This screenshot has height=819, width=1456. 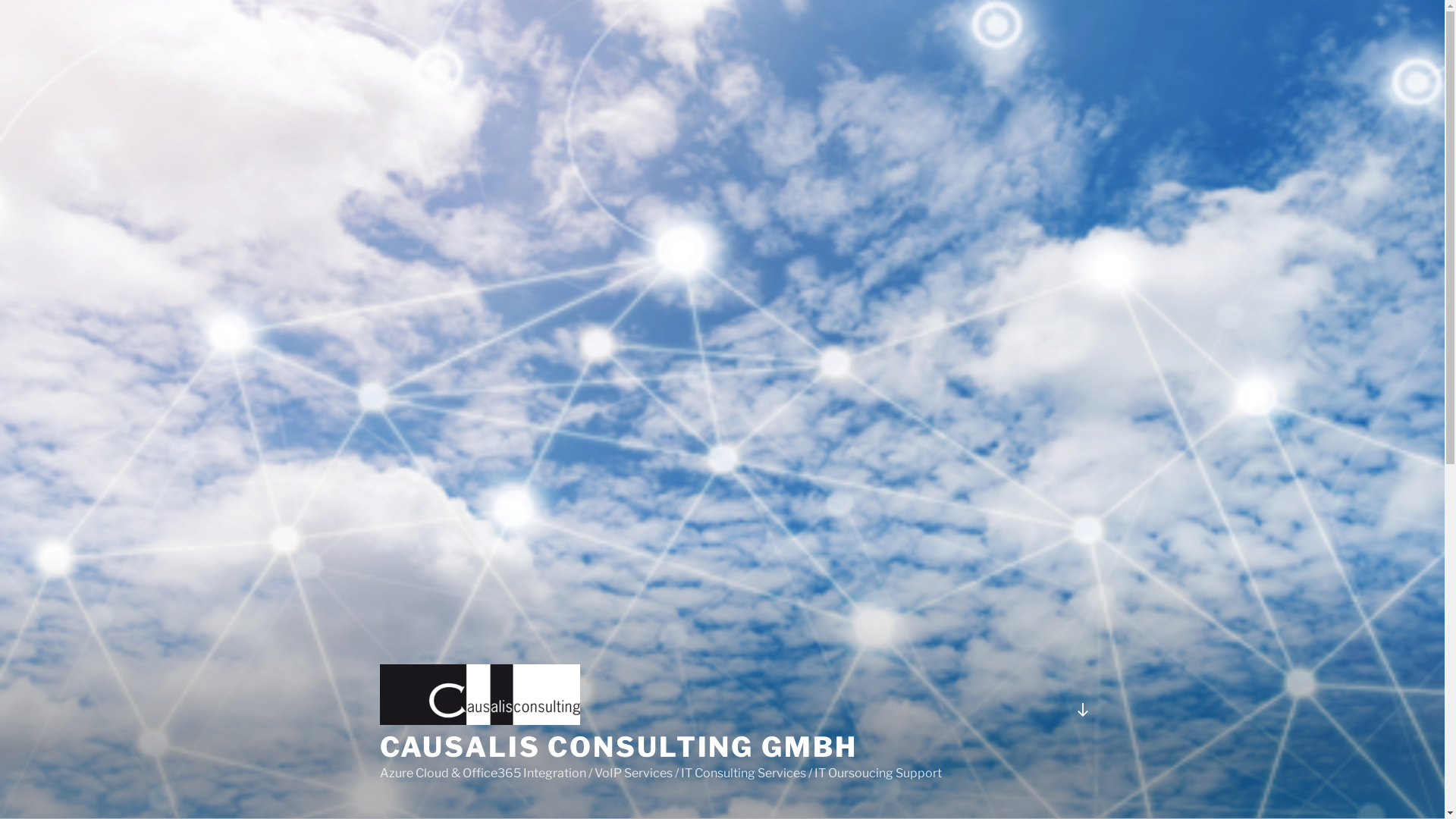 I want to click on 'CAUSALIS CONSULTING GMBH', so click(x=618, y=745).